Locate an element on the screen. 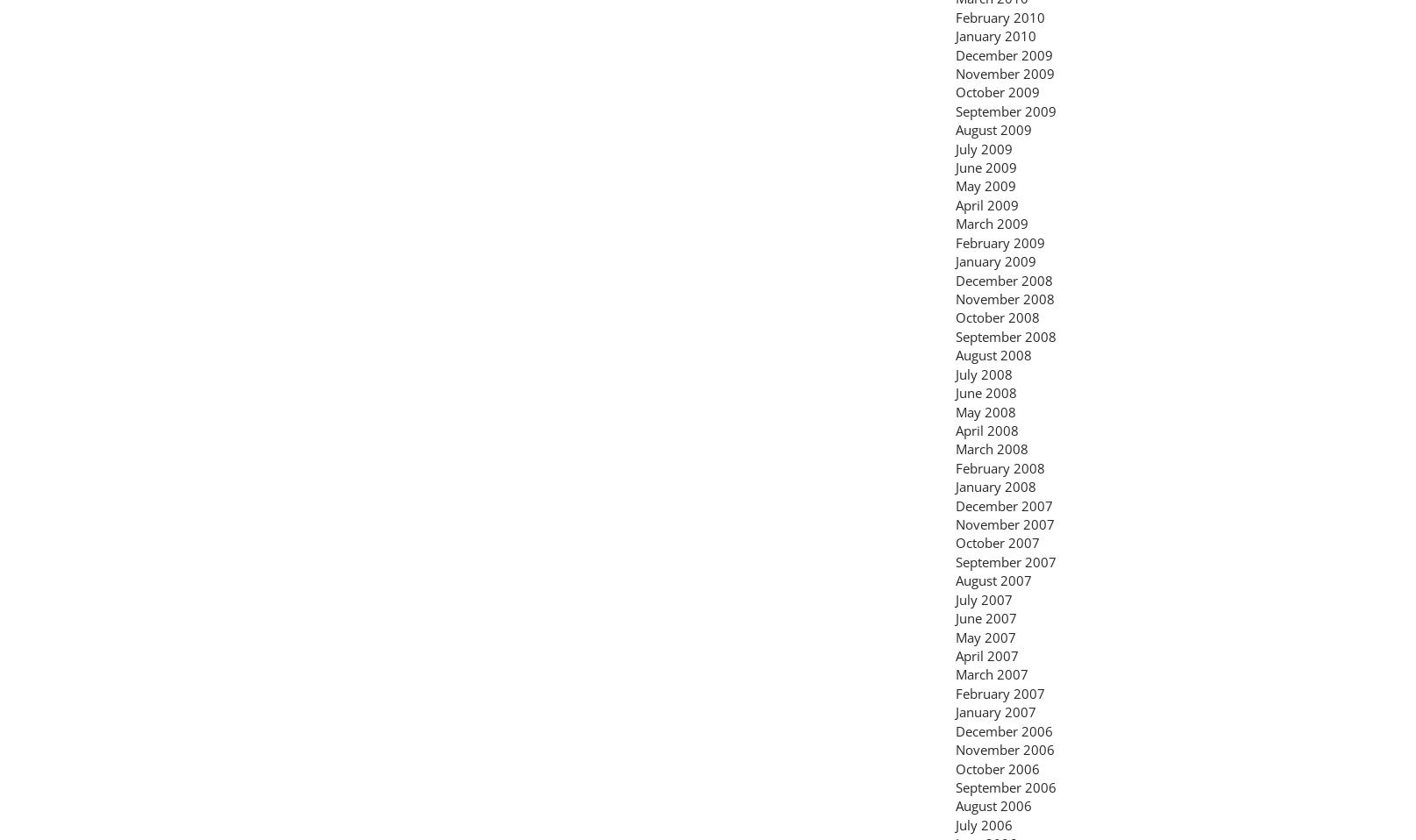 Image resolution: width=1416 pixels, height=840 pixels. 'December 2009' is located at coordinates (1004, 53).